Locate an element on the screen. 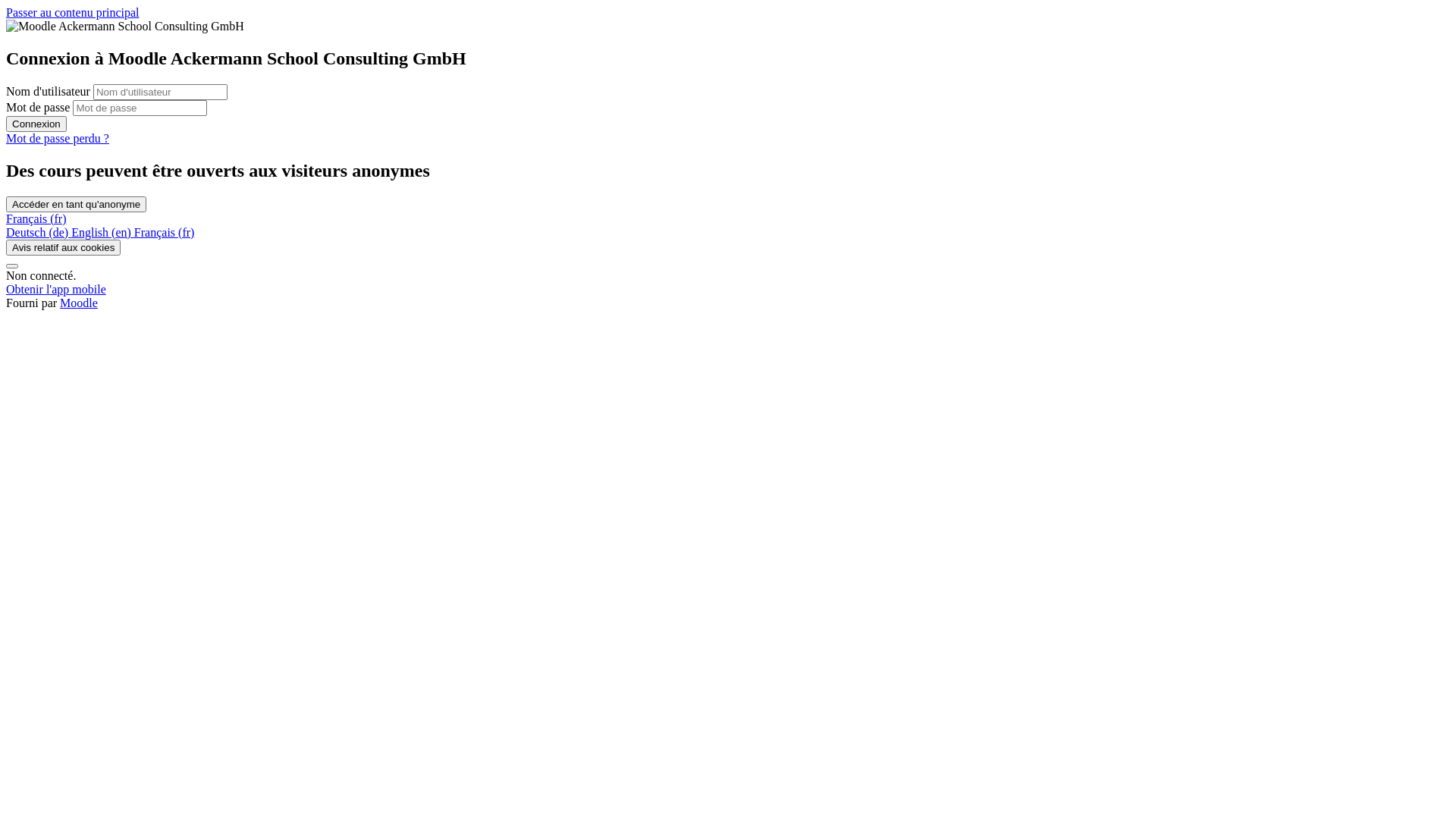  'English (en)' is located at coordinates (102, 232).